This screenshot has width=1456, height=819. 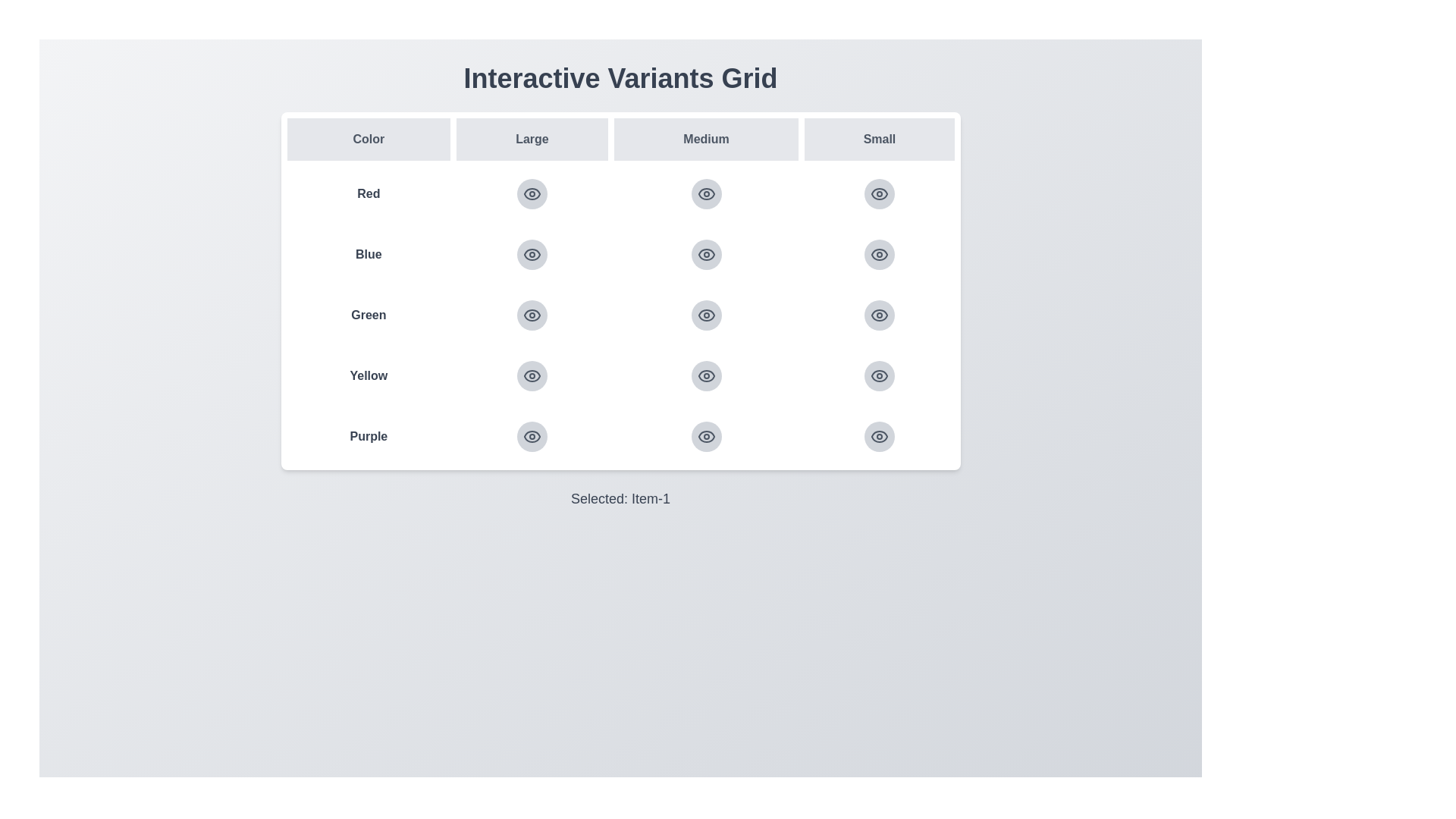 I want to click on the circular button with a gray background and an eye icon located in the last row labeled 'Purple' under the column 'Medium', so click(x=705, y=436).